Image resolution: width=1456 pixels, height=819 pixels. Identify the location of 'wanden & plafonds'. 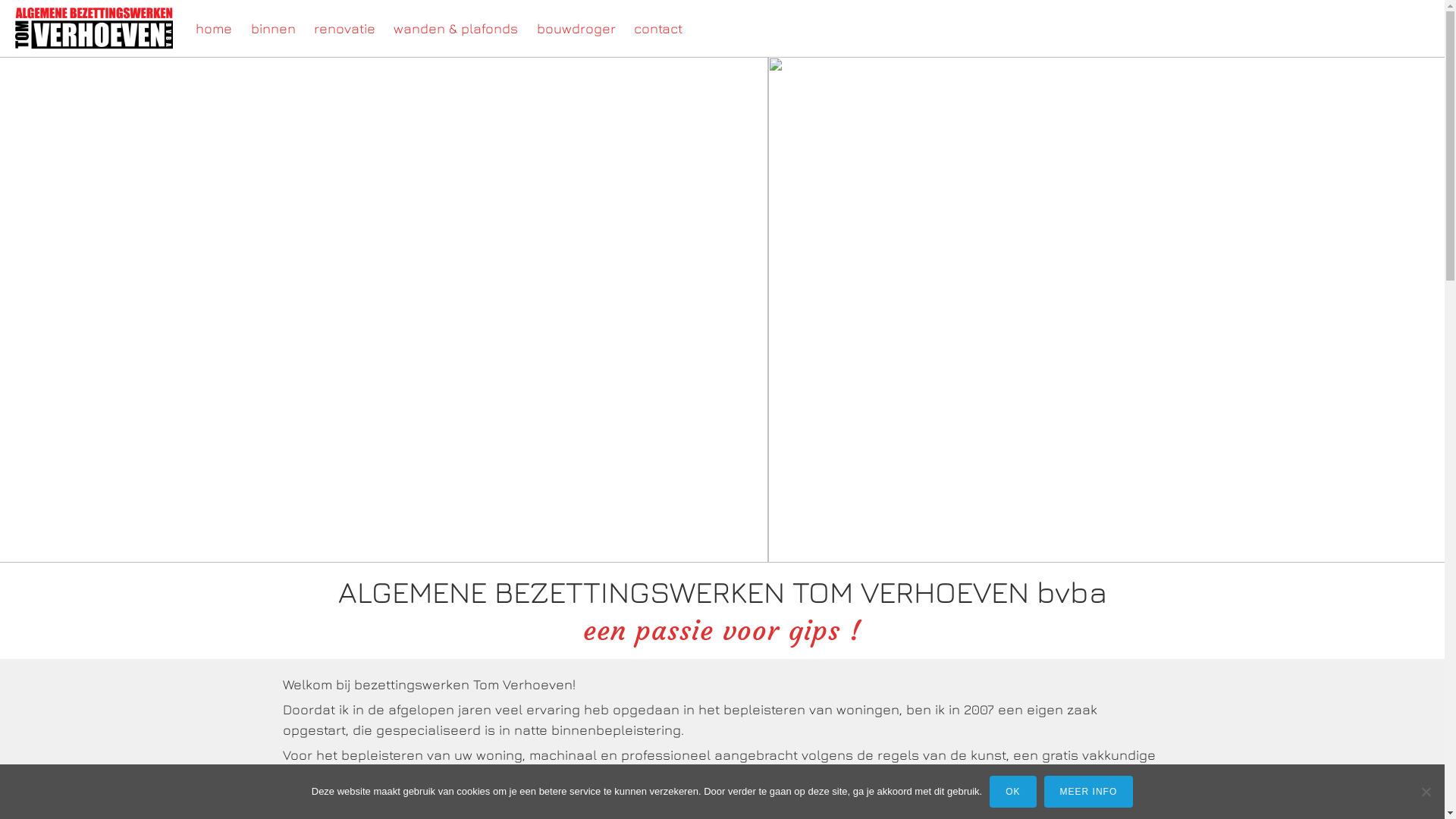
(454, 29).